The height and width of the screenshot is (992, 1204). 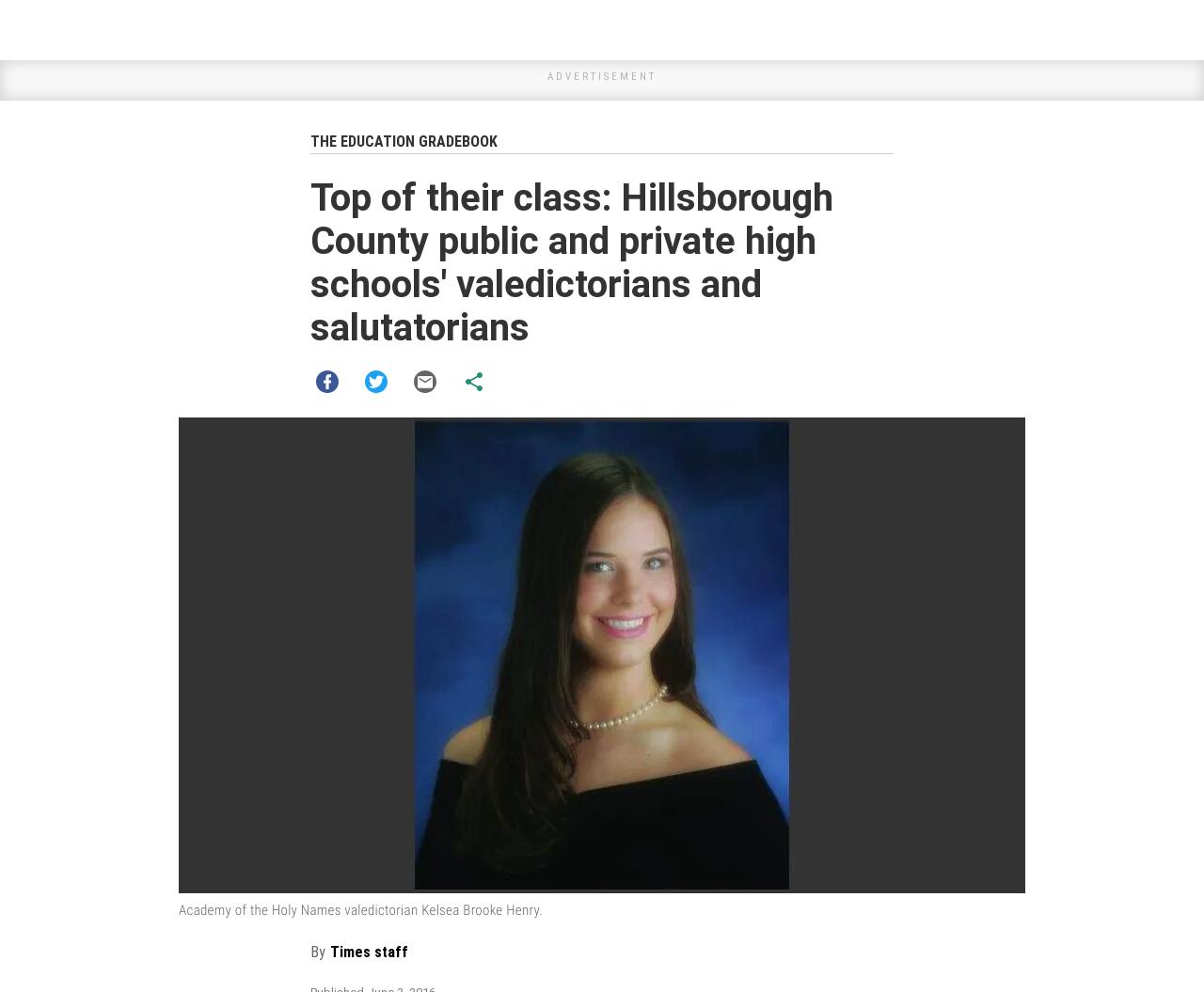 I want to click on 'Parents: Kamlesh and Ami Patel', so click(x=424, y=742).